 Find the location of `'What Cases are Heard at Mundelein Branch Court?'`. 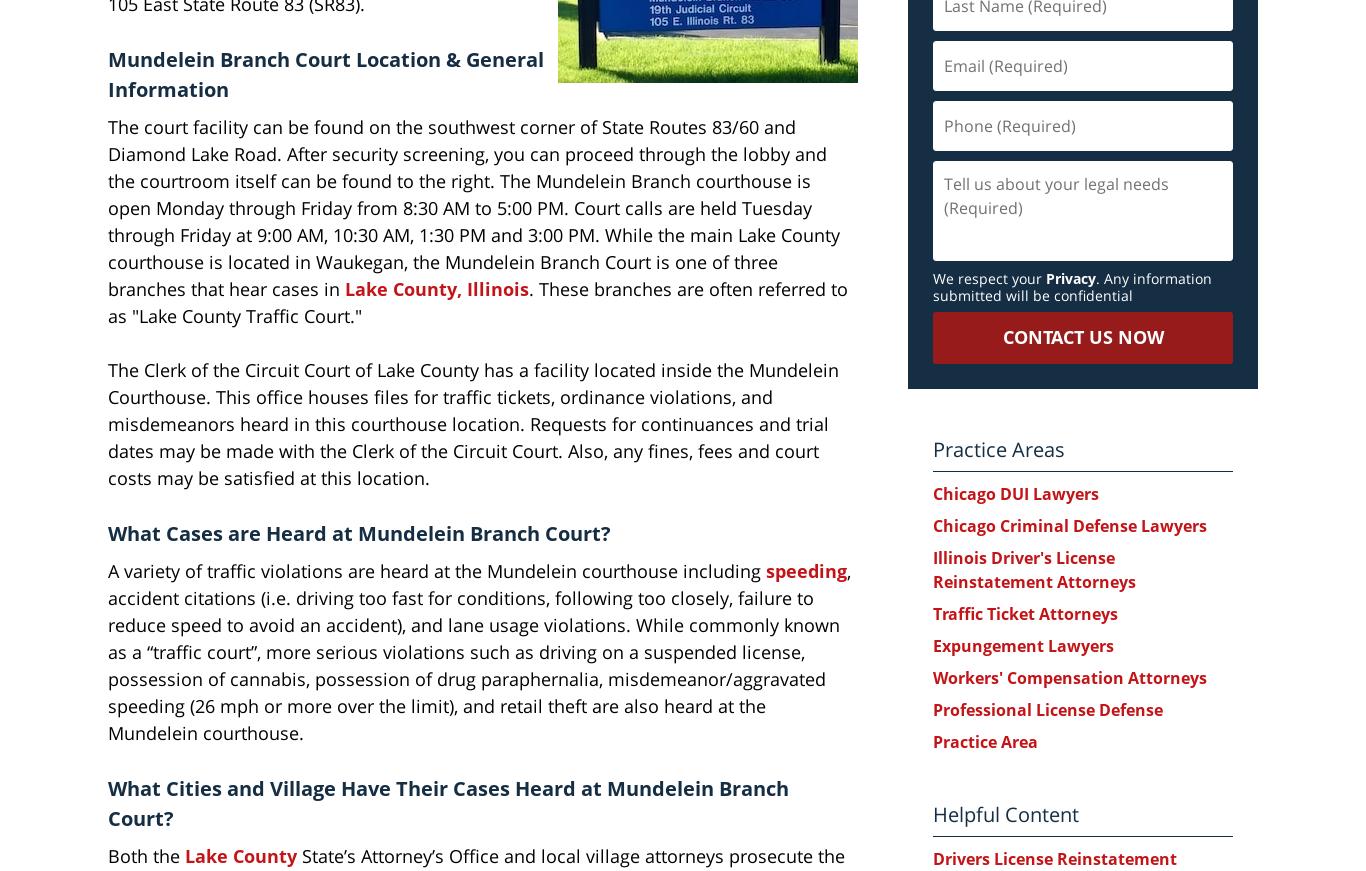

'What Cases are Heard at Mundelein Branch Court?' is located at coordinates (108, 532).